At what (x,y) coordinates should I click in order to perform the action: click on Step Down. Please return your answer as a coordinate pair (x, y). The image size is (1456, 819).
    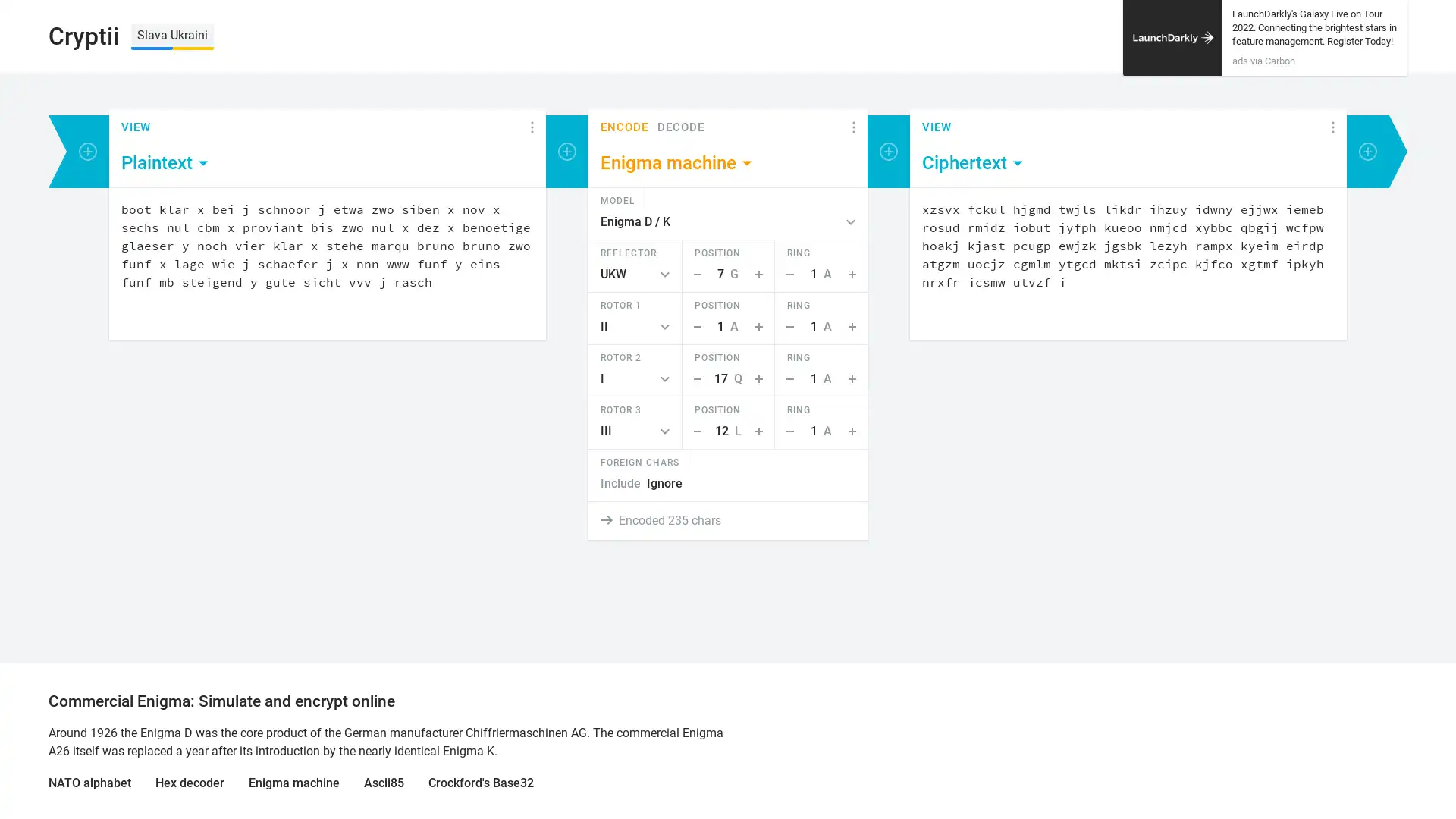
    Looking at the image, I should click on (693, 378).